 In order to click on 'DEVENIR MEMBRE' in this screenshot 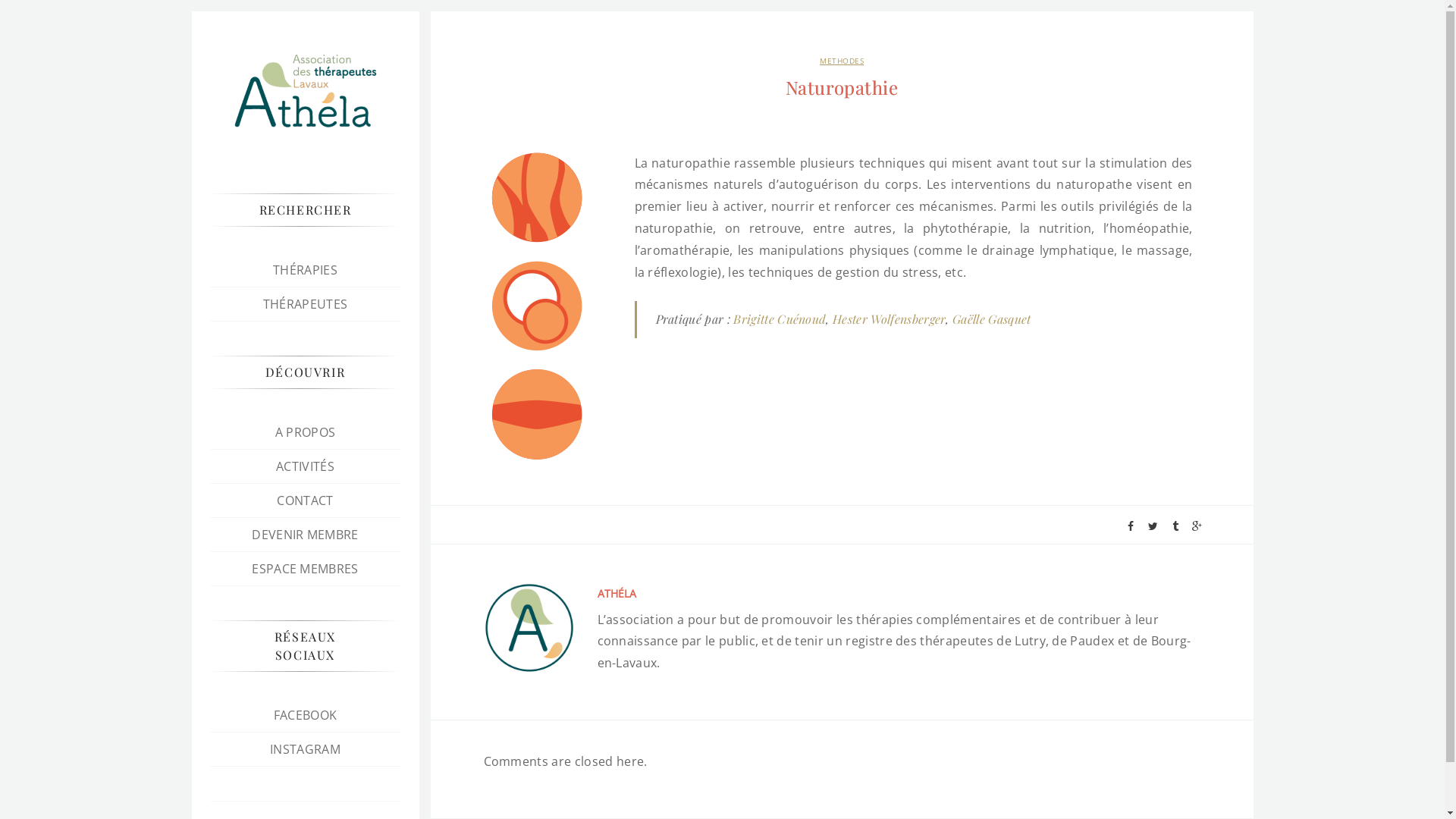, I will do `click(251, 534)`.